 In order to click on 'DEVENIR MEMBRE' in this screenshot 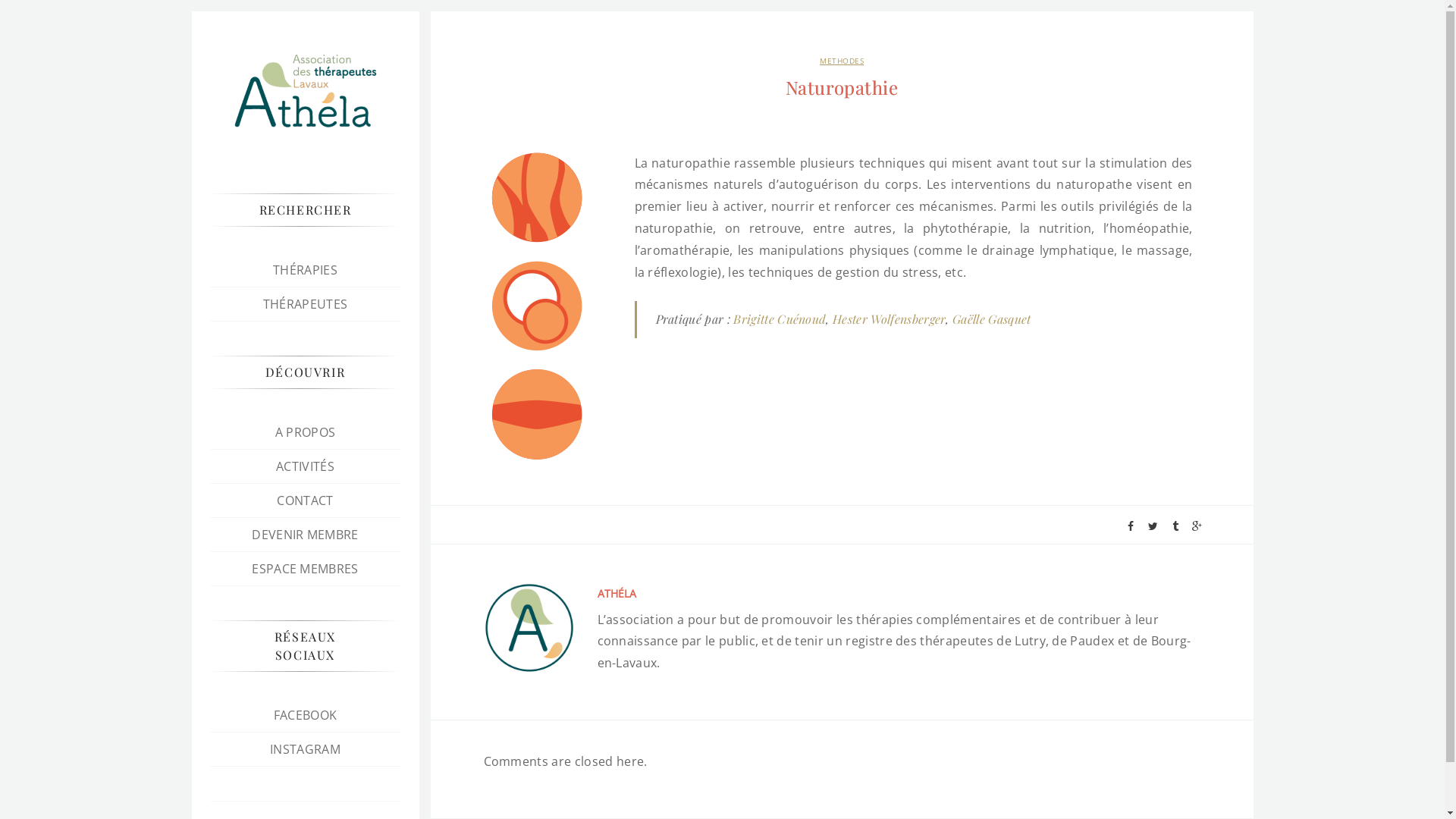, I will do `click(251, 534)`.